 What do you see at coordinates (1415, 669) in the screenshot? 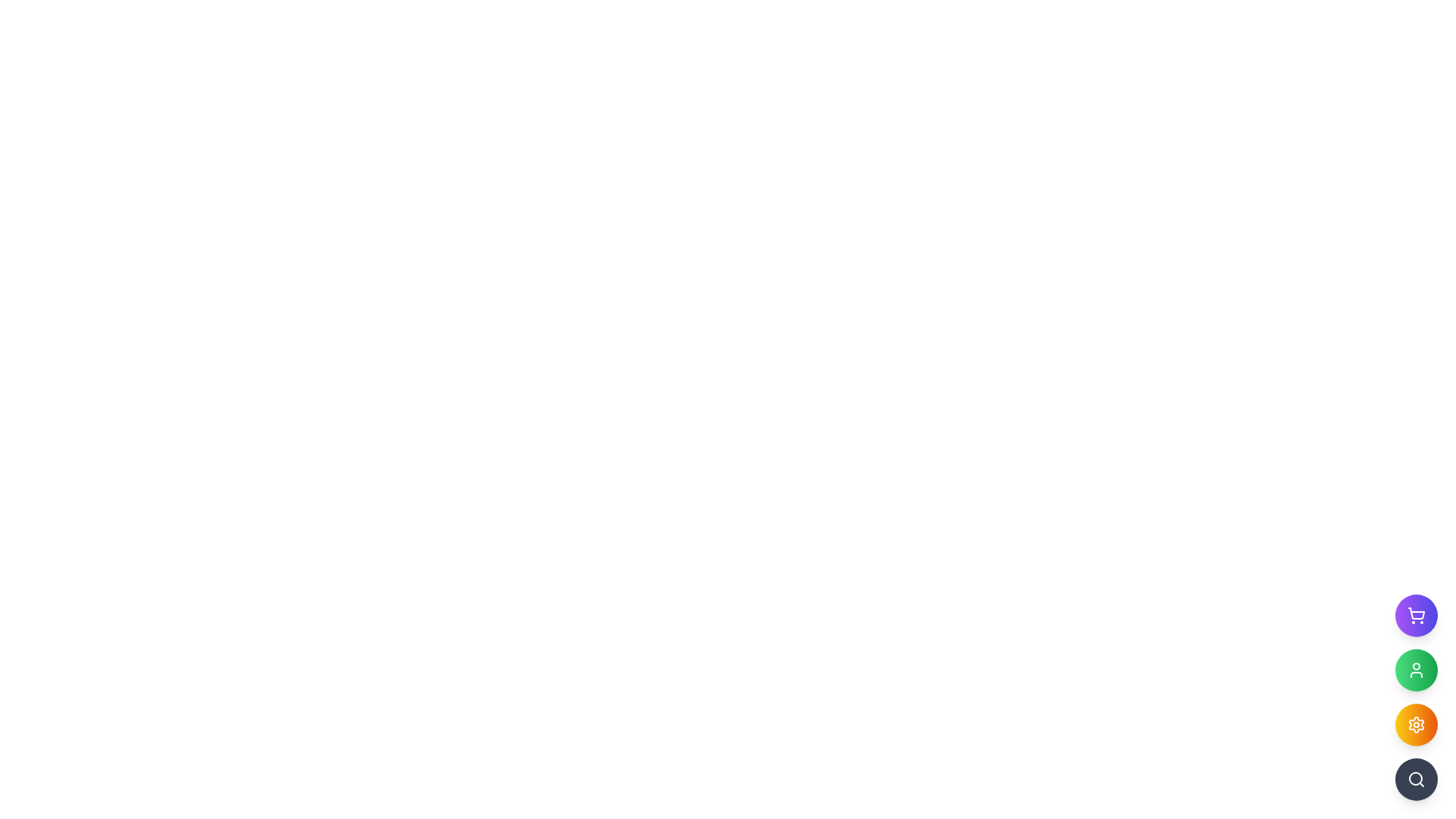
I see `the user profile icon located within the circular button` at bounding box center [1415, 669].